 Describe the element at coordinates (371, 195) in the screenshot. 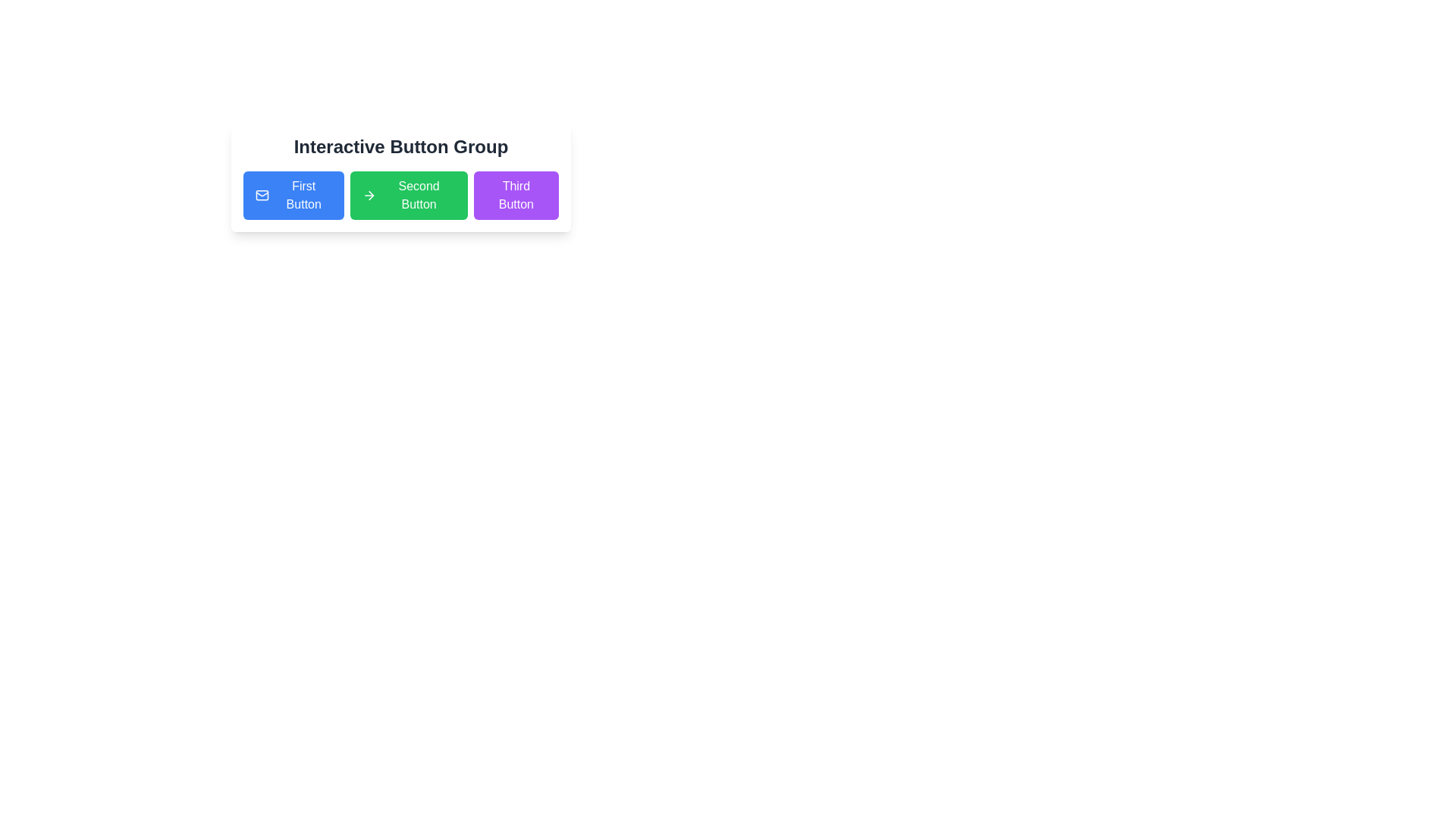

I see `the right-pointing arrow graphic within the 'Second Button' area, which is highlighted in green` at that location.